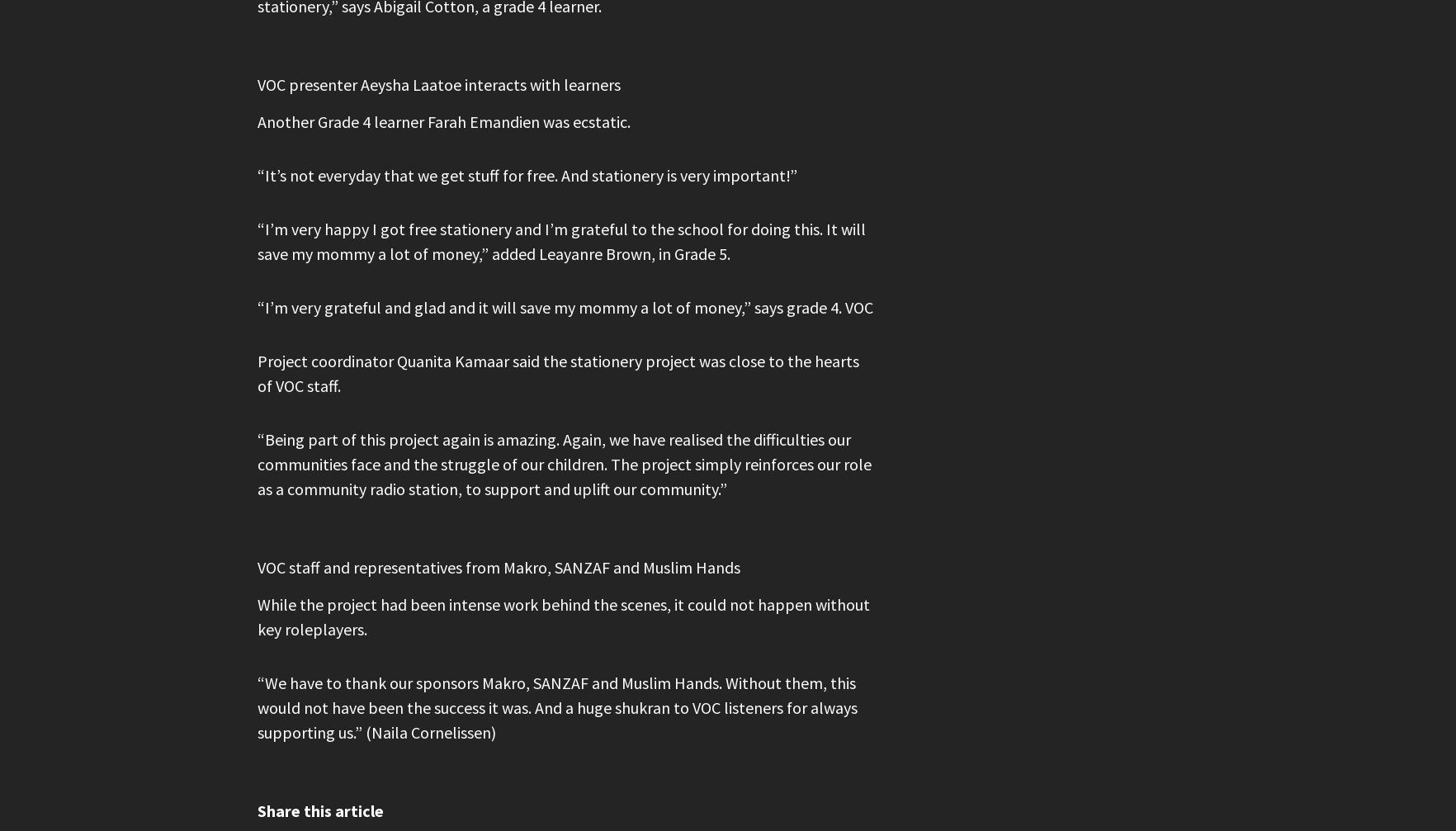  Describe the element at coordinates (258, 241) in the screenshot. I see `'“I’m very happy I got free stationery and I’m grateful to the school for doing this. It will save my mommy a lot of money,” added Leayanre Brown, in Grade 5.'` at that location.